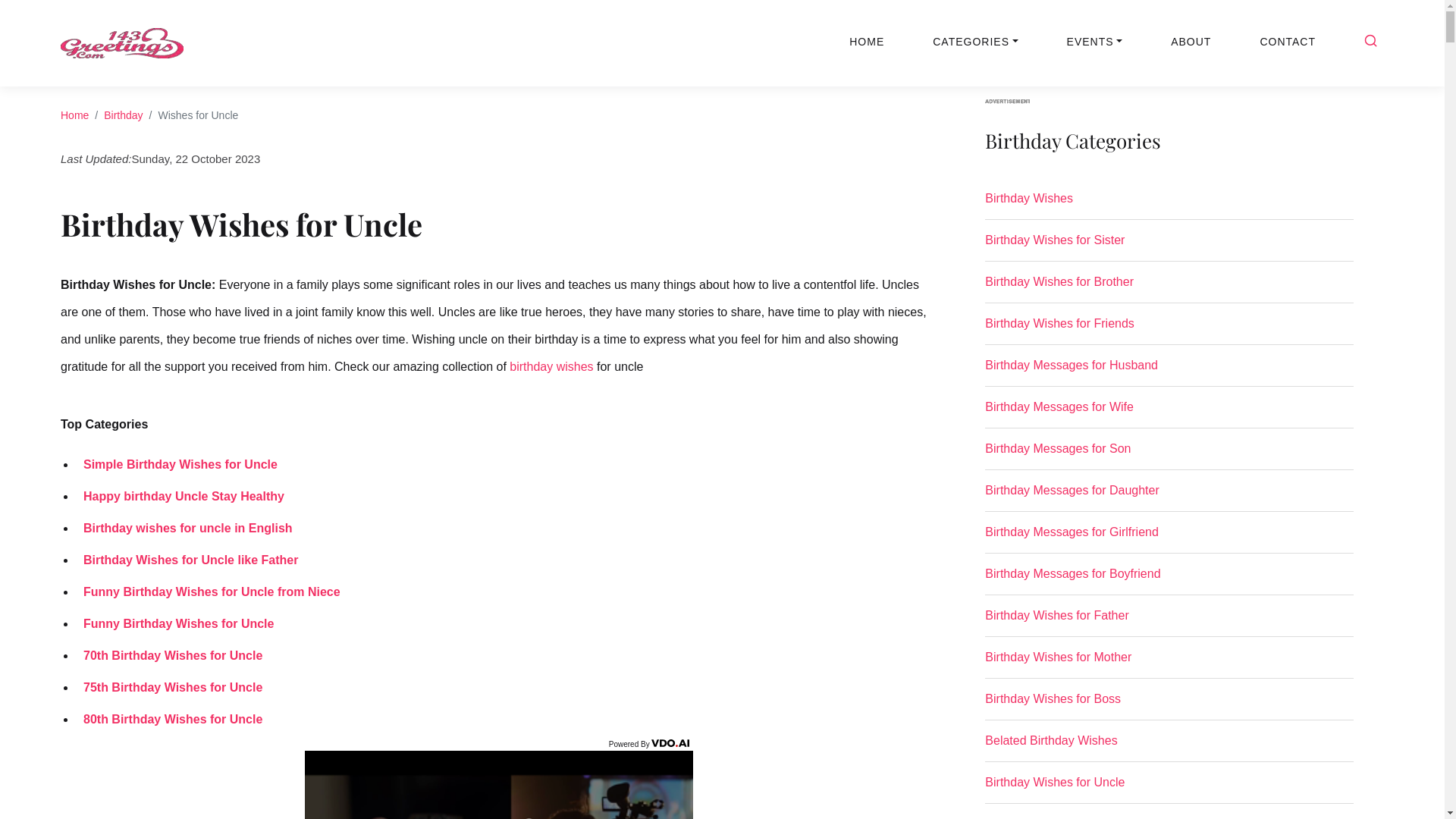 This screenshot has height=819, width=1456. I want to click on '70th Birthday Wishes for Uncle', so click(168, 654).